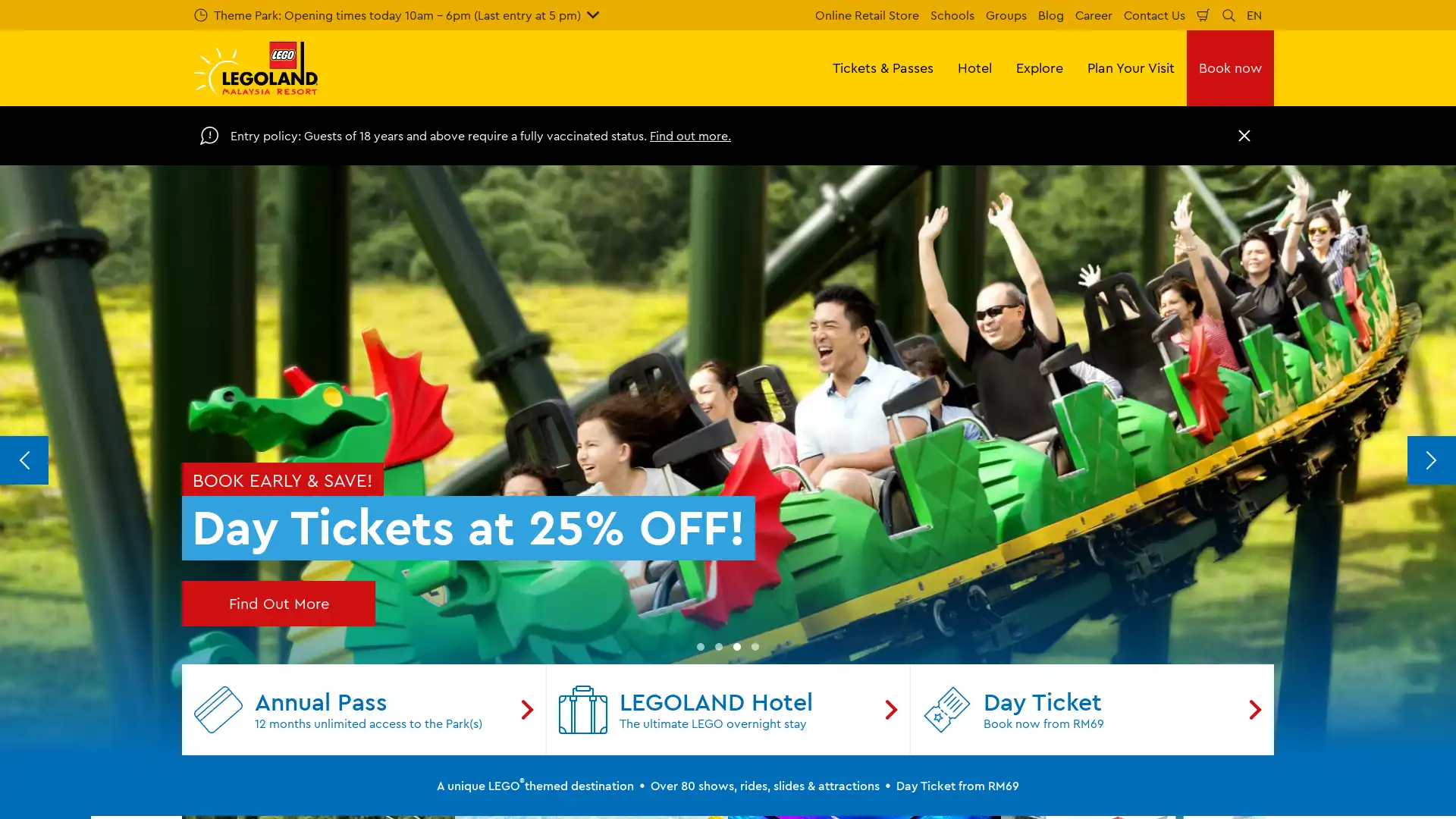 This screenshot has height=819, width=1456. I want to click on Theme Park: Opening times today 10am - 6pm (Last entry at 5 pm), so click(397, 14).